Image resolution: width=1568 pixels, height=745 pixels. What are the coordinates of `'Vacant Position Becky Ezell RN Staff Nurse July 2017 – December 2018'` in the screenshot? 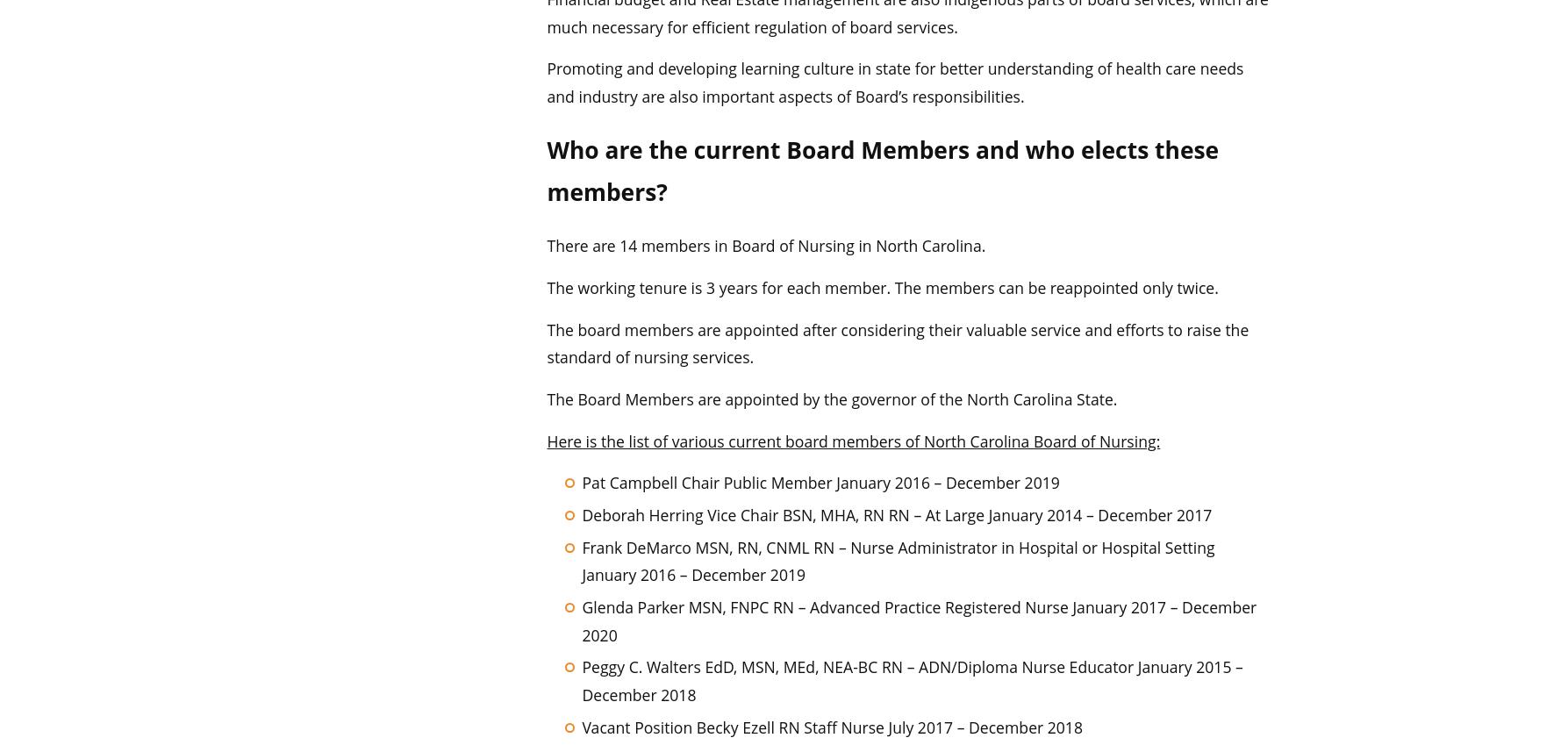 It's located at (831, 727).